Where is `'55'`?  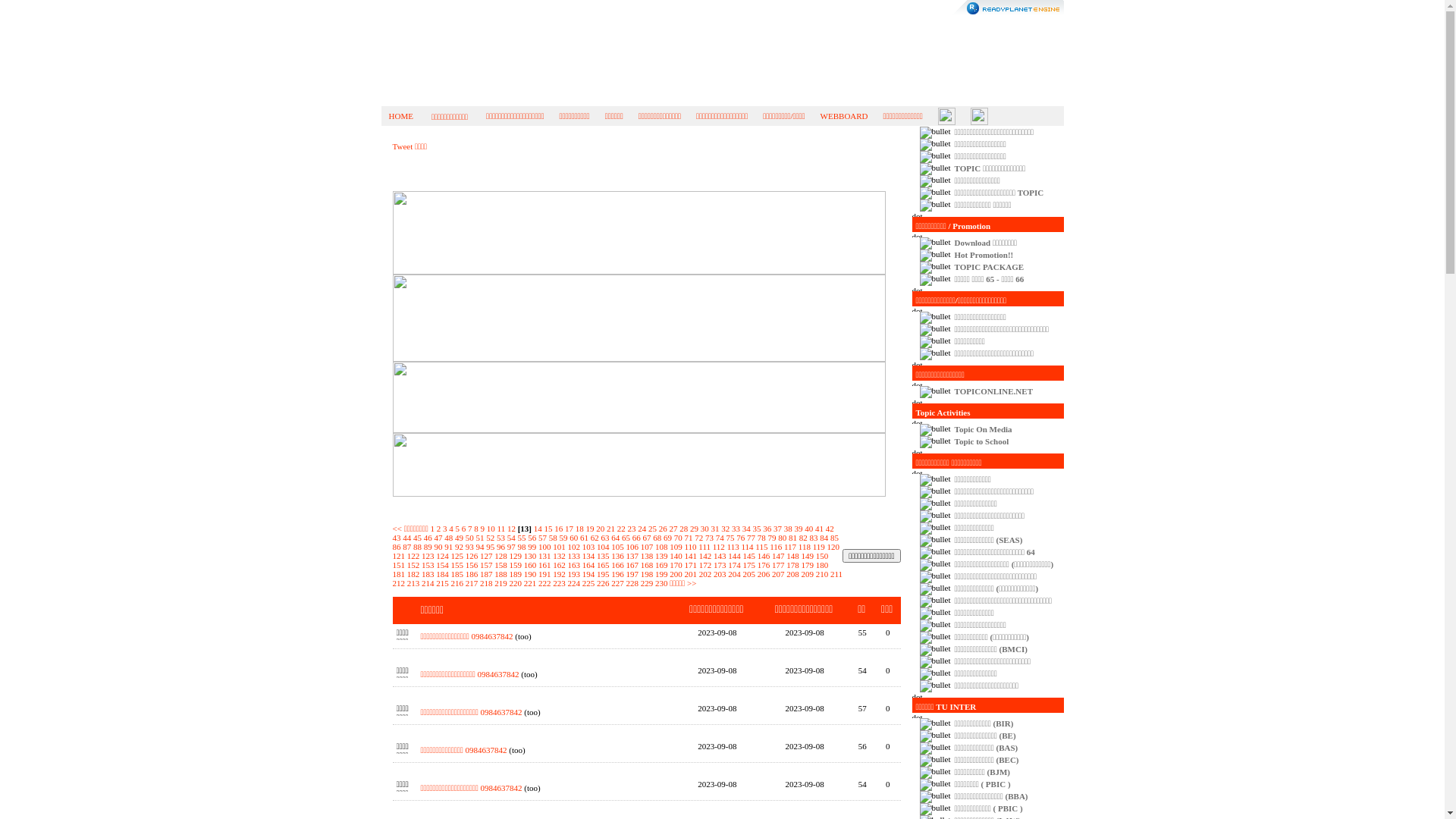
'55' is located at coordinates (521, 537).